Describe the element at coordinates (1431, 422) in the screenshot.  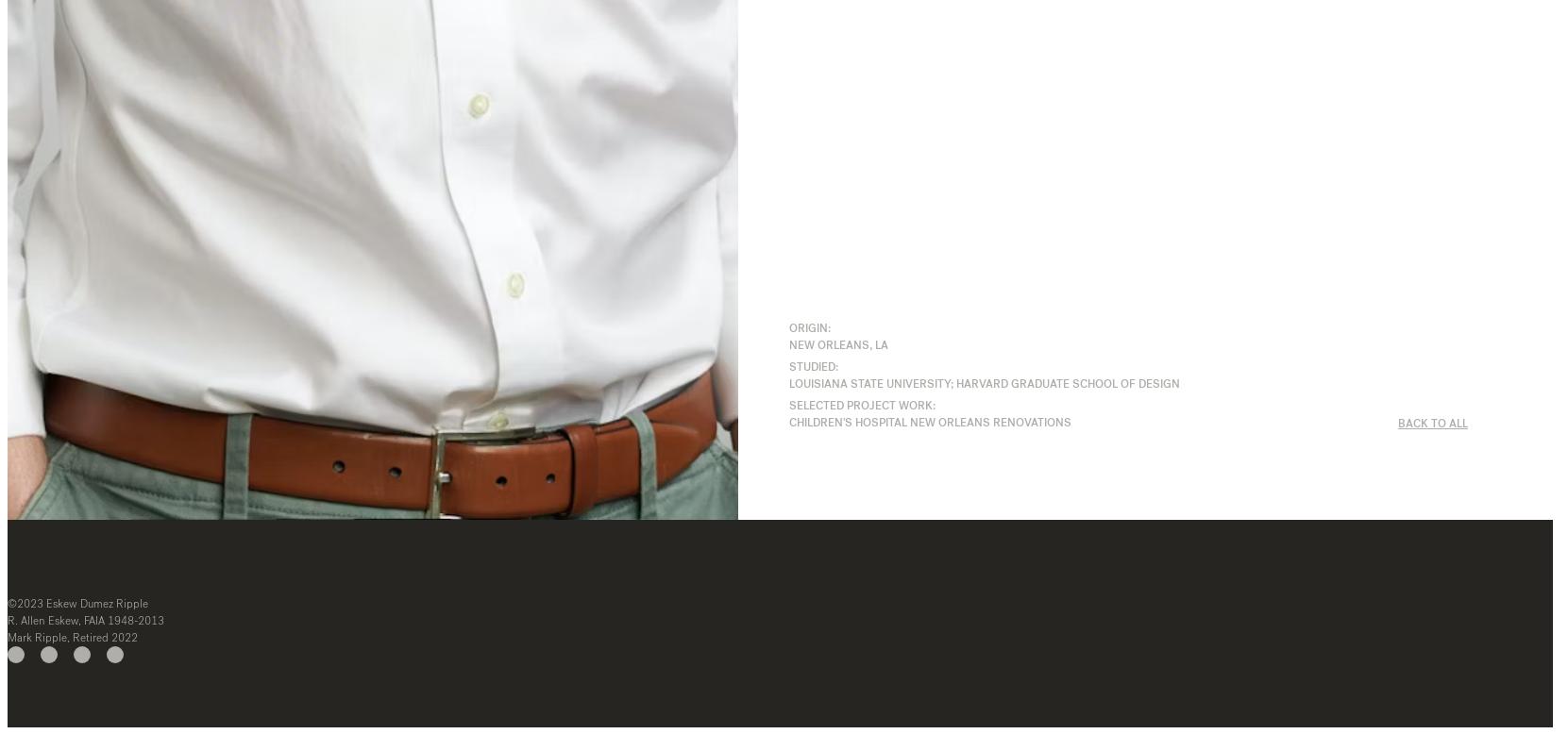
I see `'Back to All'` at that location.